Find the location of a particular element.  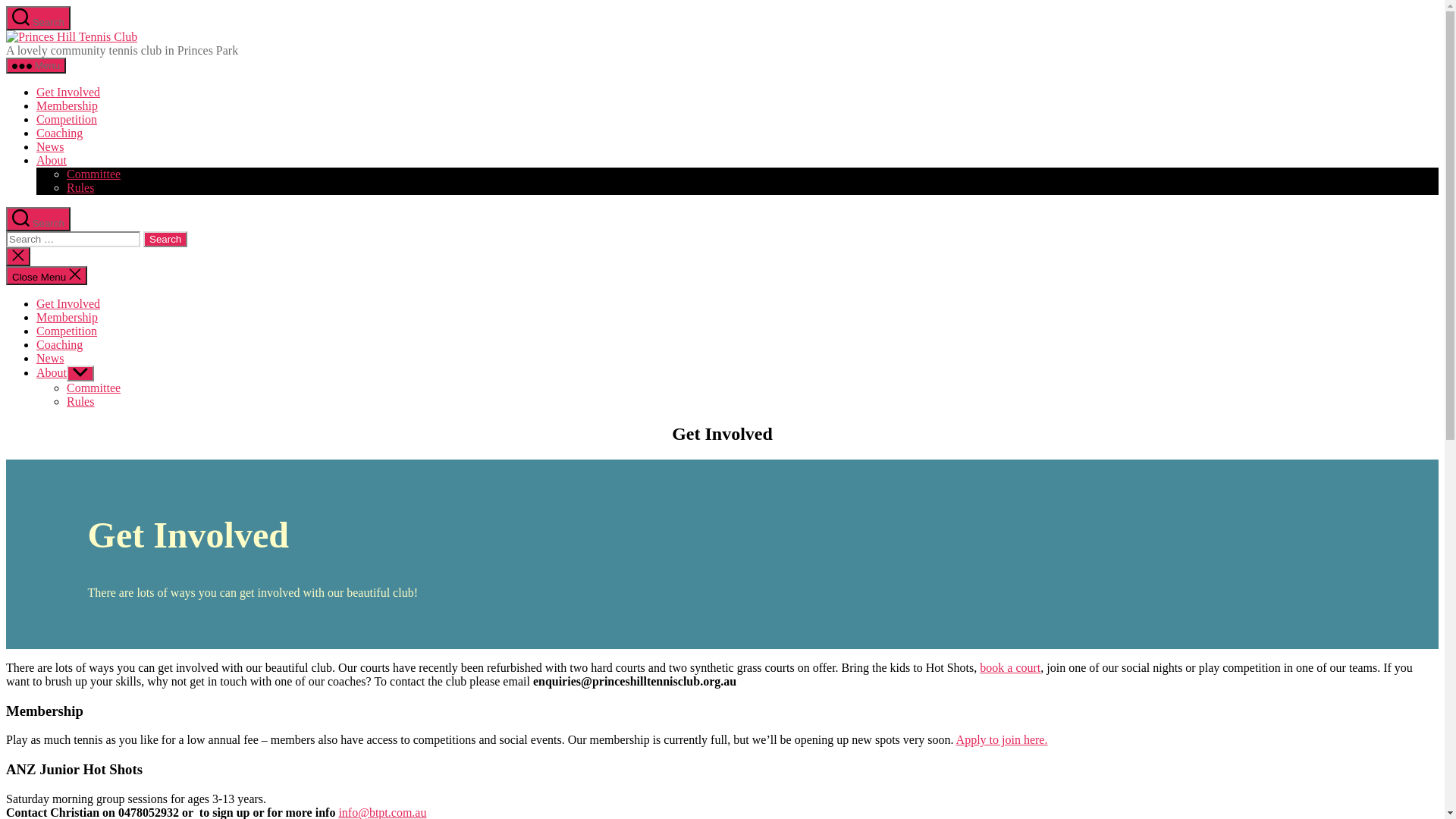

'Close Menu' is located at coordinates (46, 275).